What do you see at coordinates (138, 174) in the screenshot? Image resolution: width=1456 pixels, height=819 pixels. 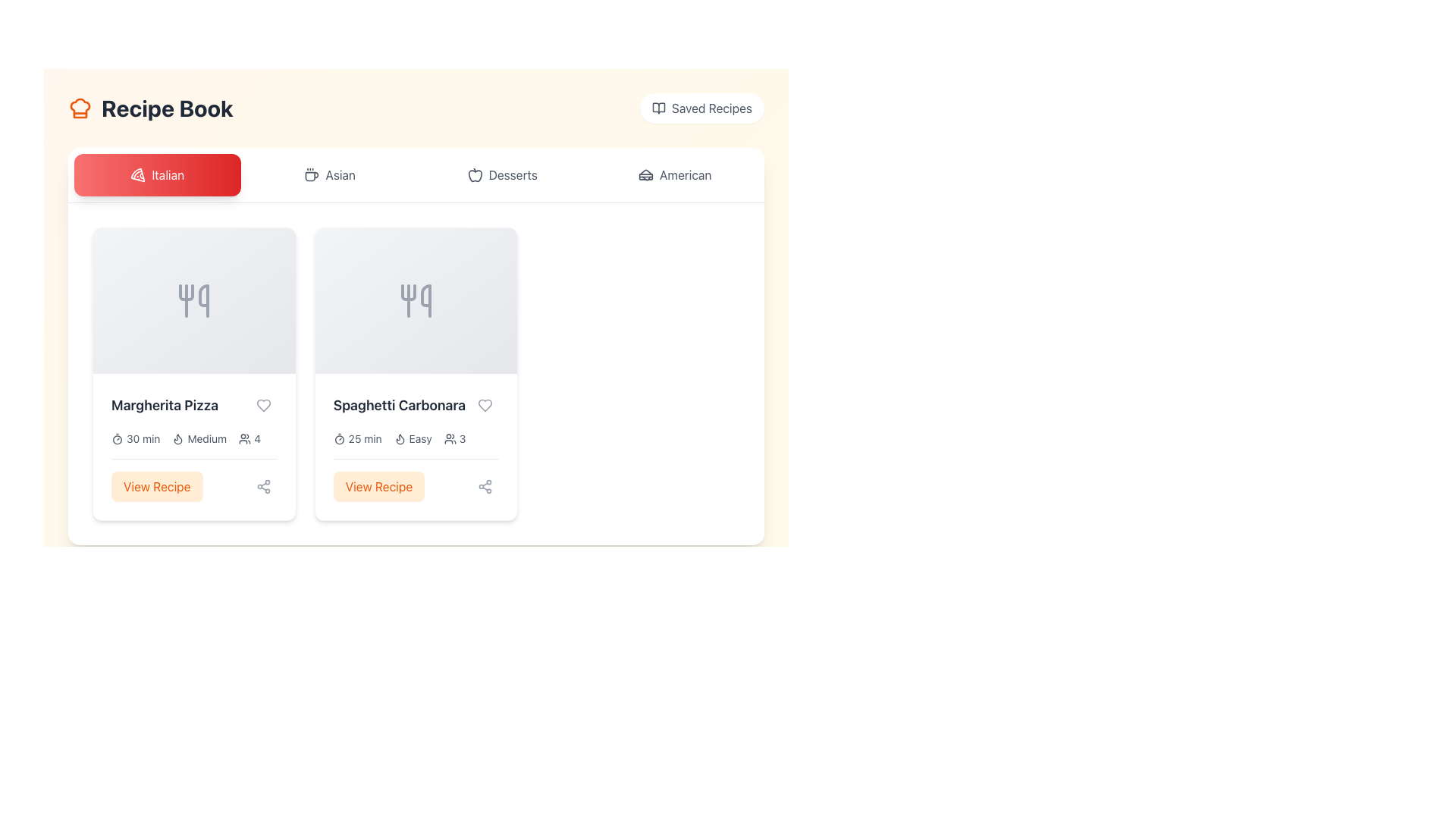 I see `the pizza slice icon within the 'Italian' button in the navigation menu` at bounding box center [138, 174].